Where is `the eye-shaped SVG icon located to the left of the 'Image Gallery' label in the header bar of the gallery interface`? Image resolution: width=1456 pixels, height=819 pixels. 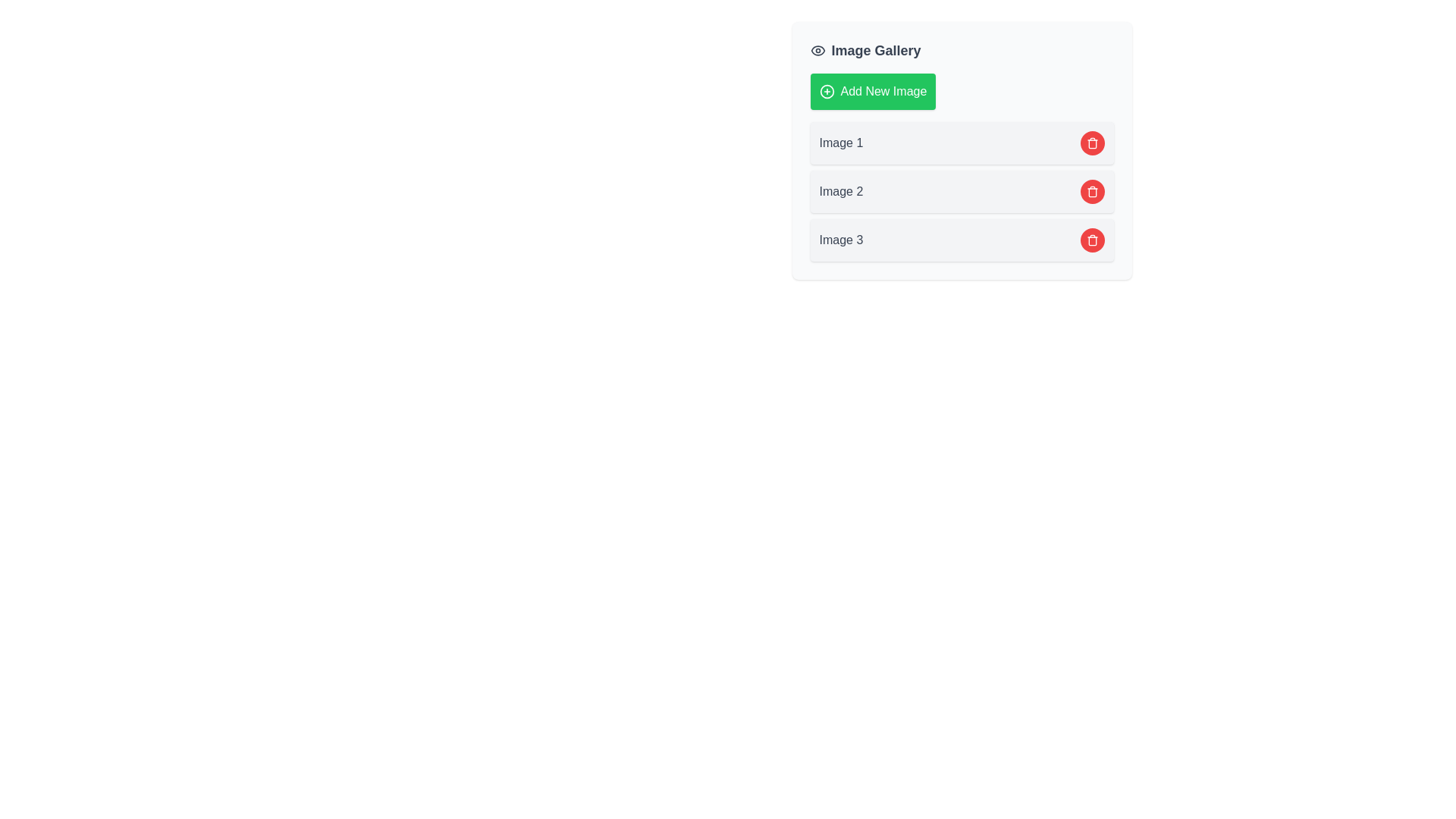
the eye-shaped SVG icon located to the left of the 'Image Gallery' label in the header bar of the gallery interface is located at coordinates (817, 49).